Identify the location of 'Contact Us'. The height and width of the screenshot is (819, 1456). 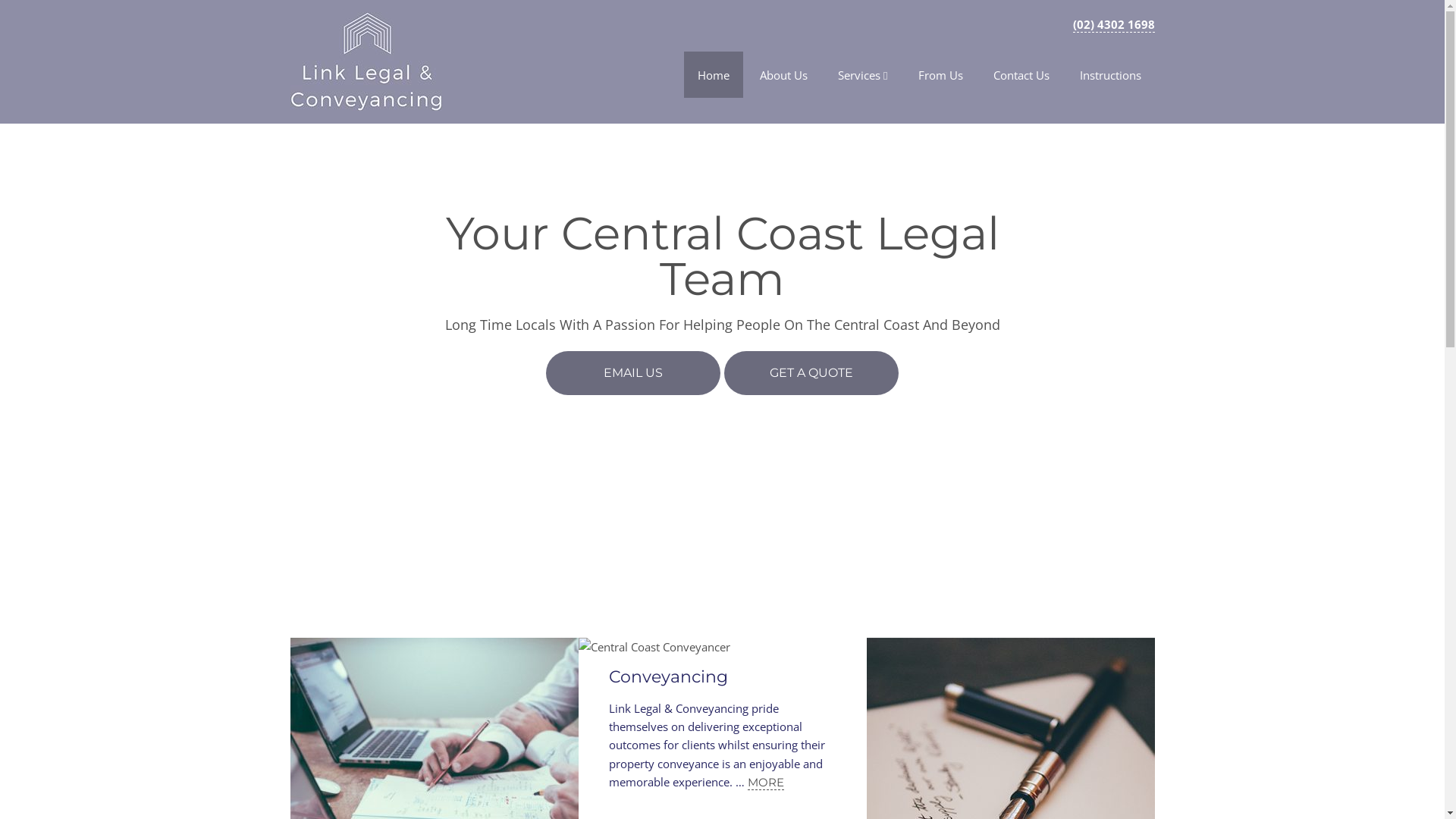
(1021, 74).